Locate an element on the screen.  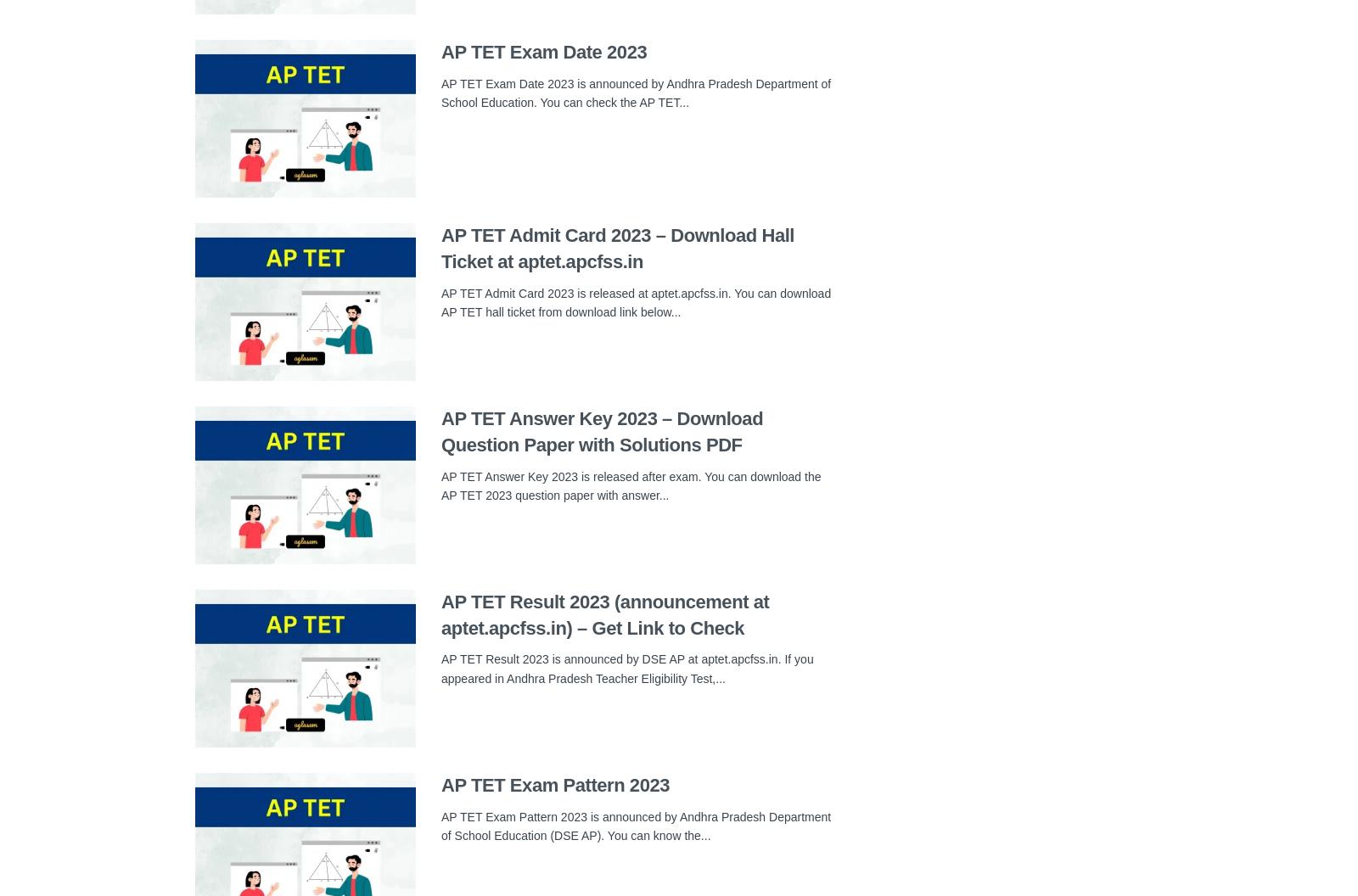
'AP TET Admit Card 2023 – Download Hall Ticket at aptet.apcfss.in' is located at coordinates (441, 248).